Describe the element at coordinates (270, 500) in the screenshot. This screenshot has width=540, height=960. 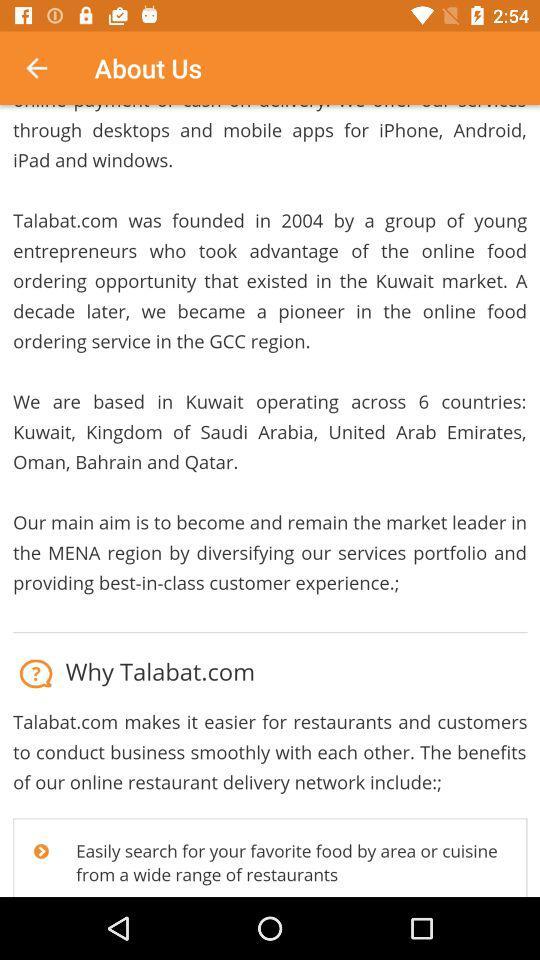
I see `scrollable page` at that location.